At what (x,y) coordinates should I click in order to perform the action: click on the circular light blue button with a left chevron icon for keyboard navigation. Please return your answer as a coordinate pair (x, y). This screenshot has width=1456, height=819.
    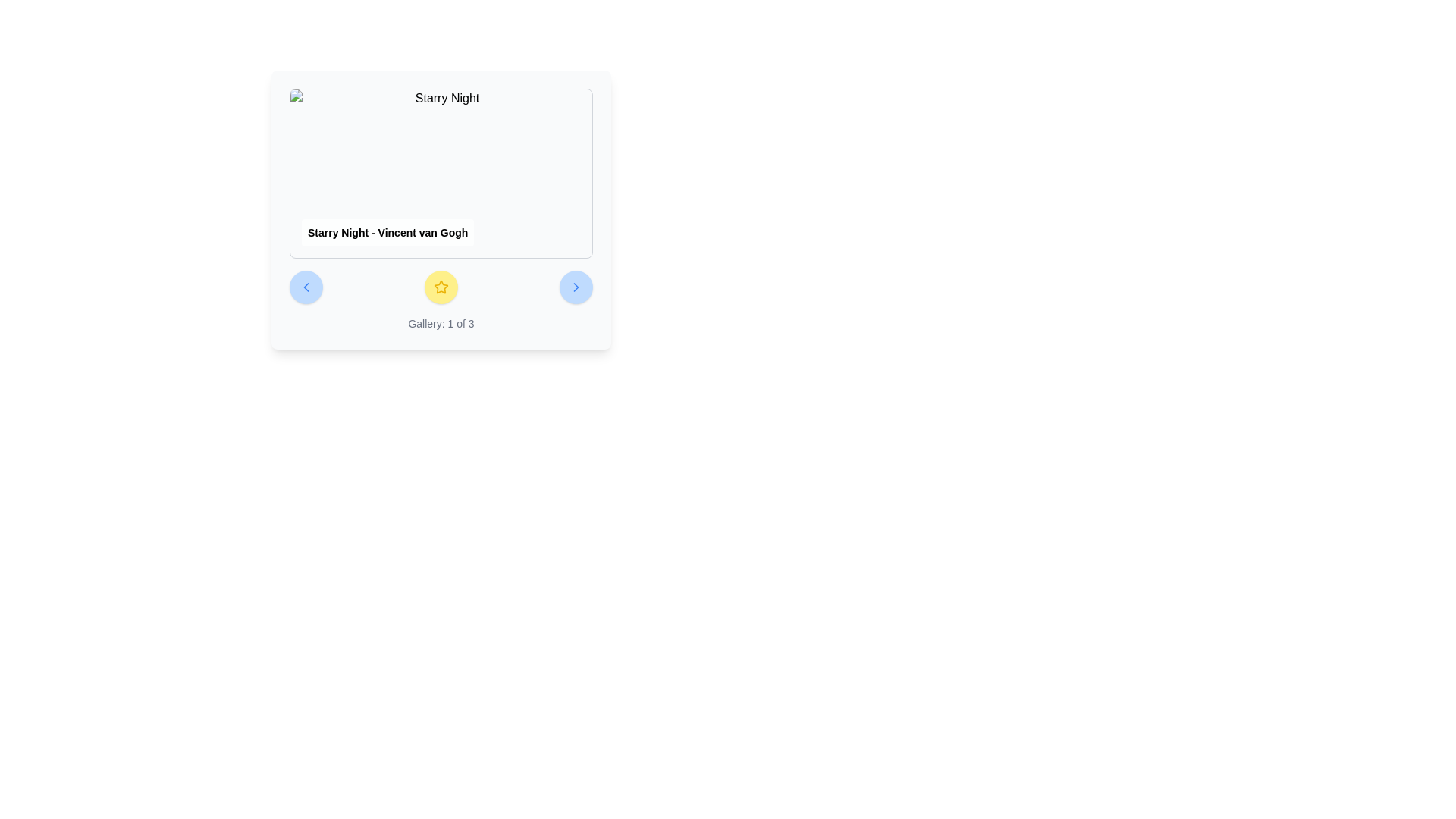
    Looking at the image, I should click on (305, 287).